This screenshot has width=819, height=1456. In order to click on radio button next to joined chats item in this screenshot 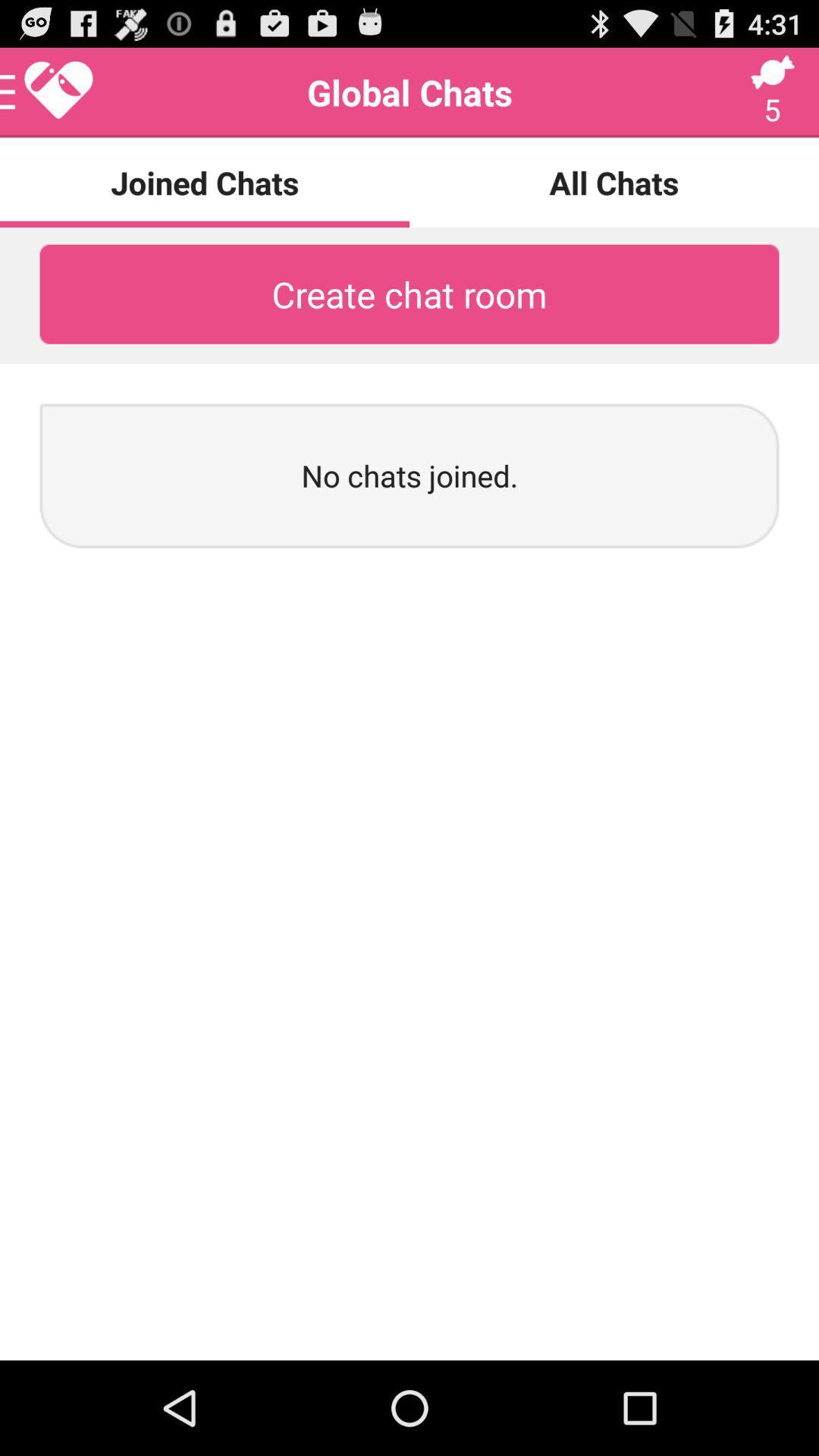, I will do `click(614, 182)`.